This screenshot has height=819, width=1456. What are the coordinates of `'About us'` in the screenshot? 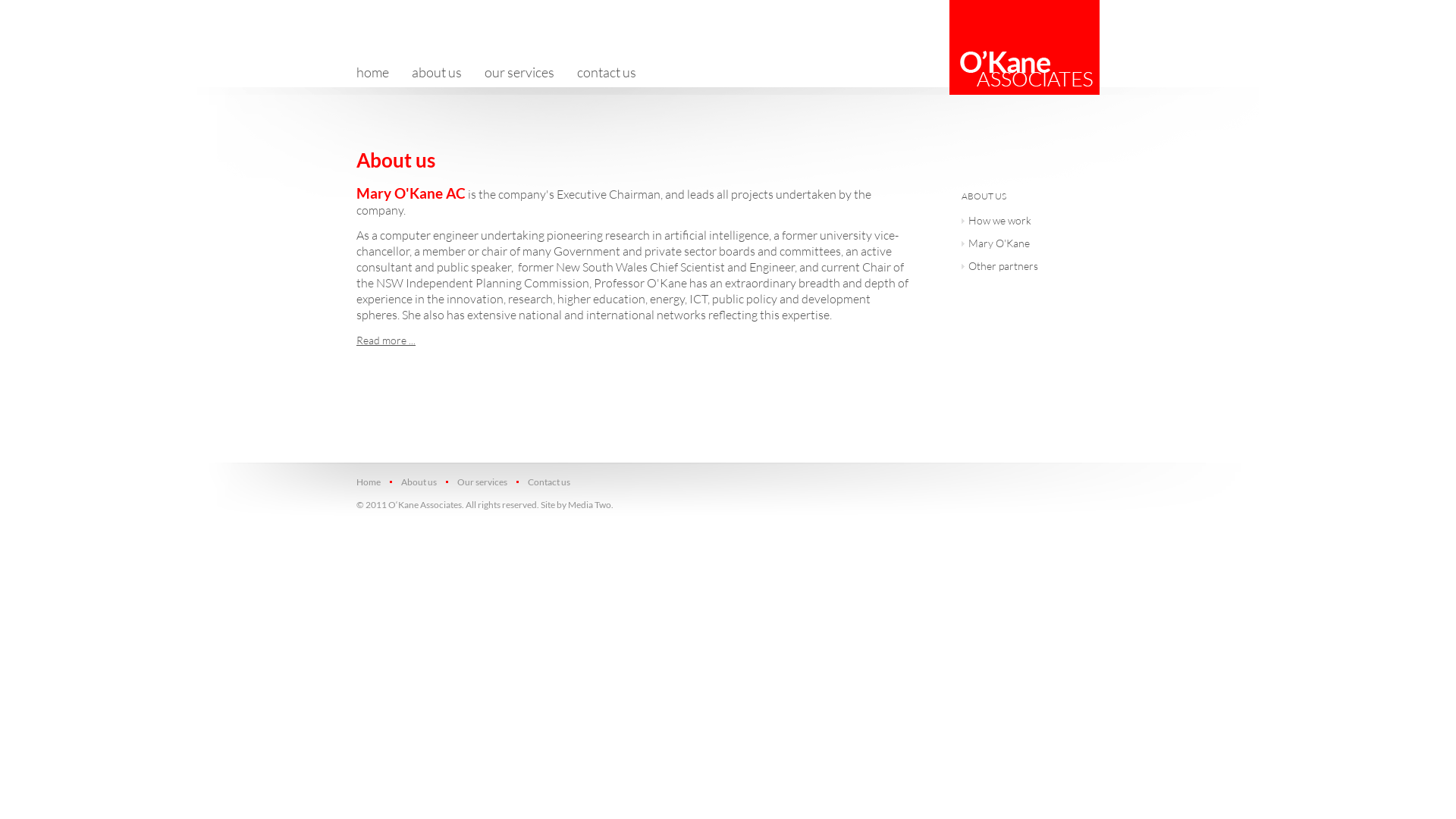 It's located at (418, 482).